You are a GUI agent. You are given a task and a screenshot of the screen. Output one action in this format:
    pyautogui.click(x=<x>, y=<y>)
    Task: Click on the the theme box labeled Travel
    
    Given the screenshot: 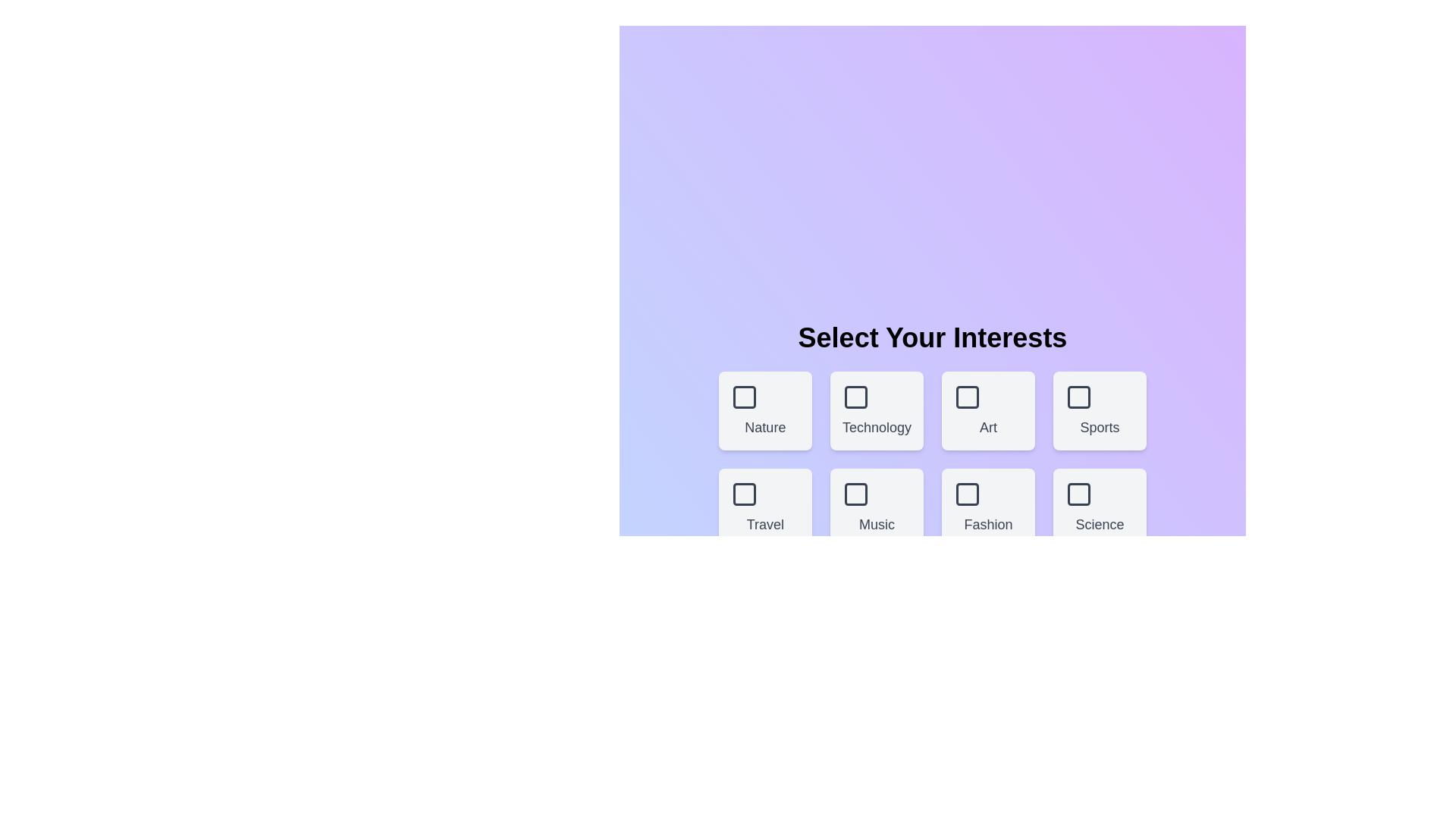 What is the action you would take?
    pyautogui.click(x=765, y=508)
    